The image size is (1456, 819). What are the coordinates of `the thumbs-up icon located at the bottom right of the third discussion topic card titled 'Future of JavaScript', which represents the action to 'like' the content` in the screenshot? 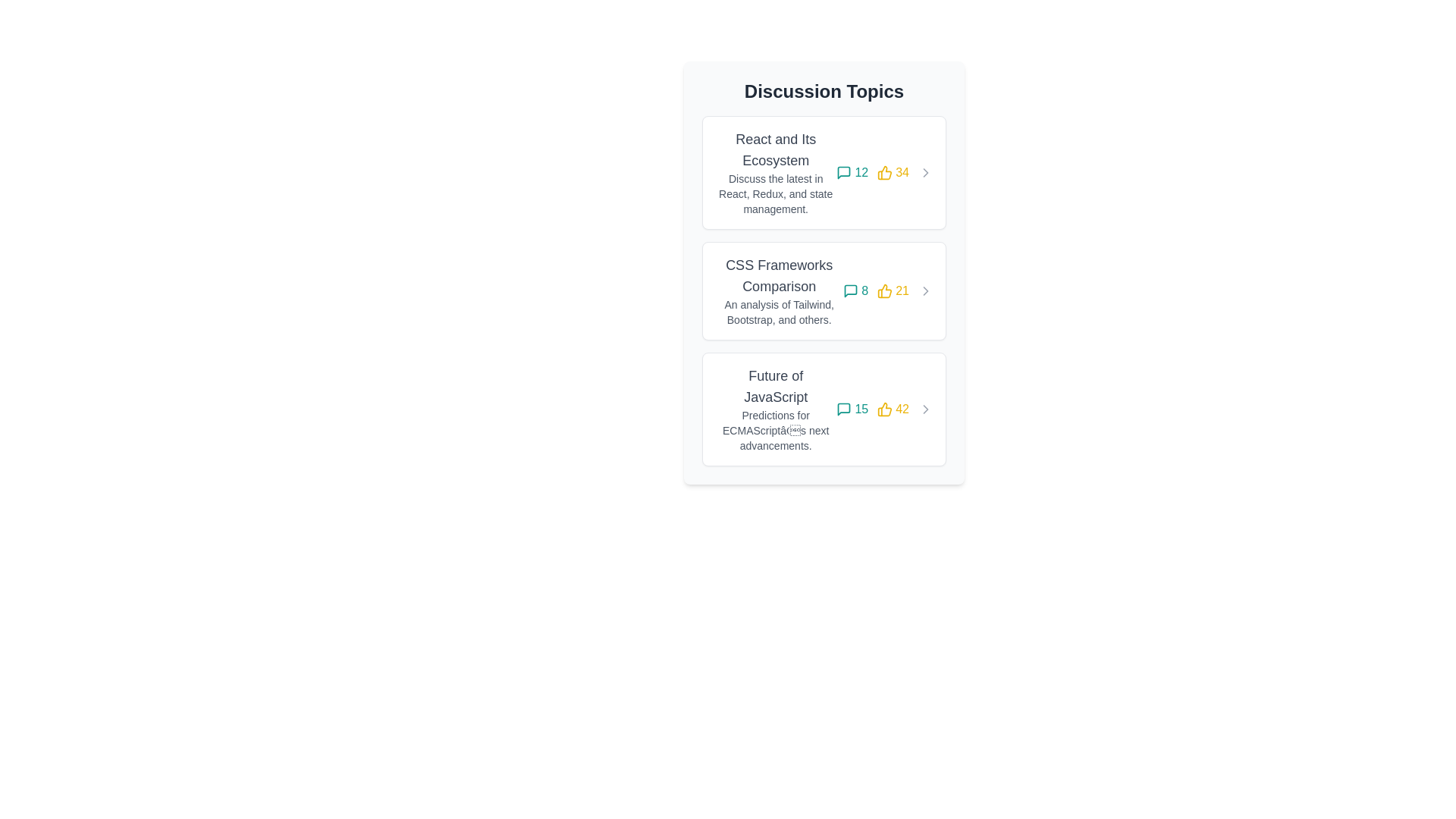 It's located at (885, 409).